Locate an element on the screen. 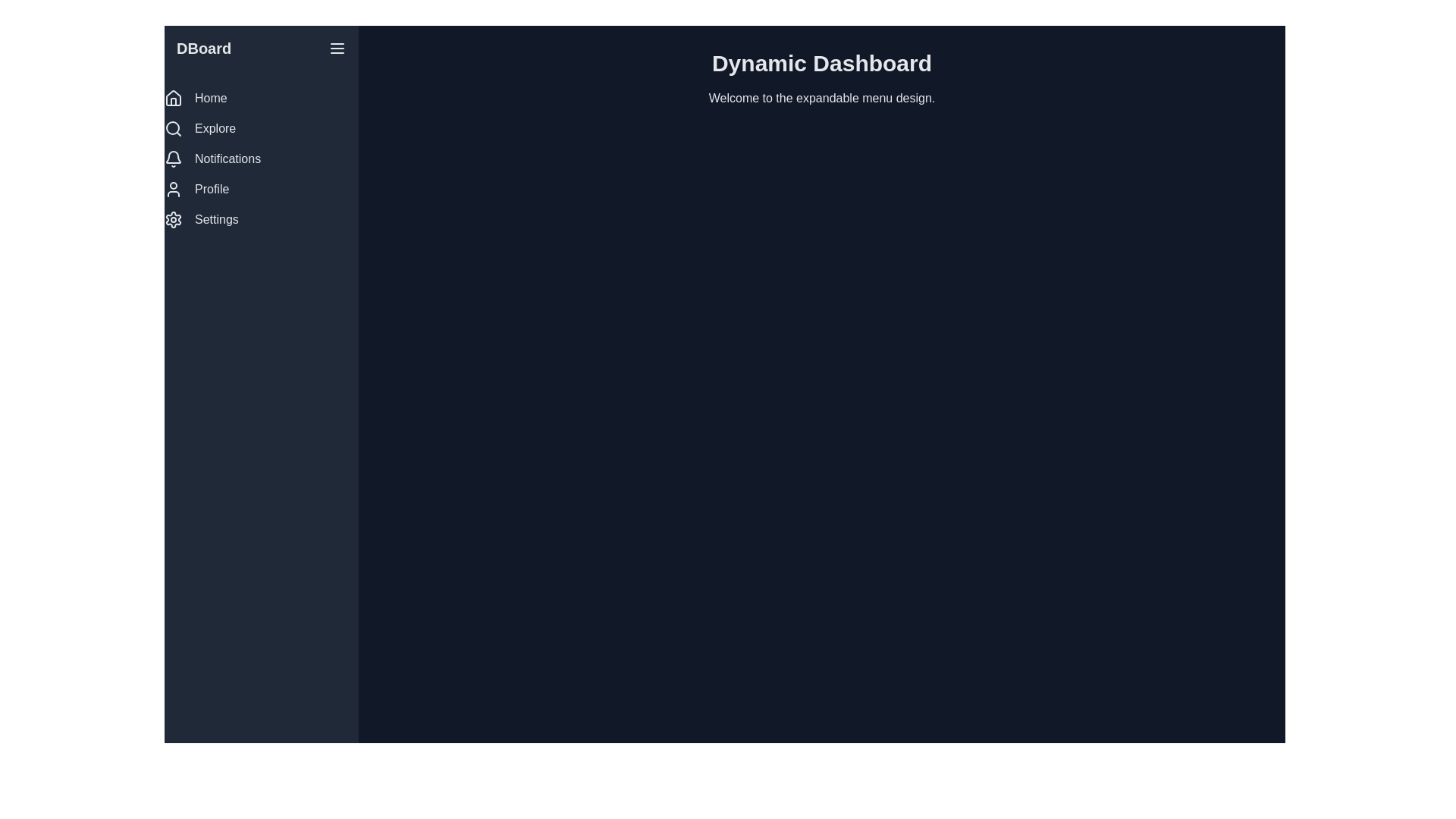 The width and height of the screenshot is (1456, 819). the text label that says 'Welcome to the expandable menu design.' which is positioned just beneath the header 'Dynamic Dashboard.' is located at coordinates (821, 99).